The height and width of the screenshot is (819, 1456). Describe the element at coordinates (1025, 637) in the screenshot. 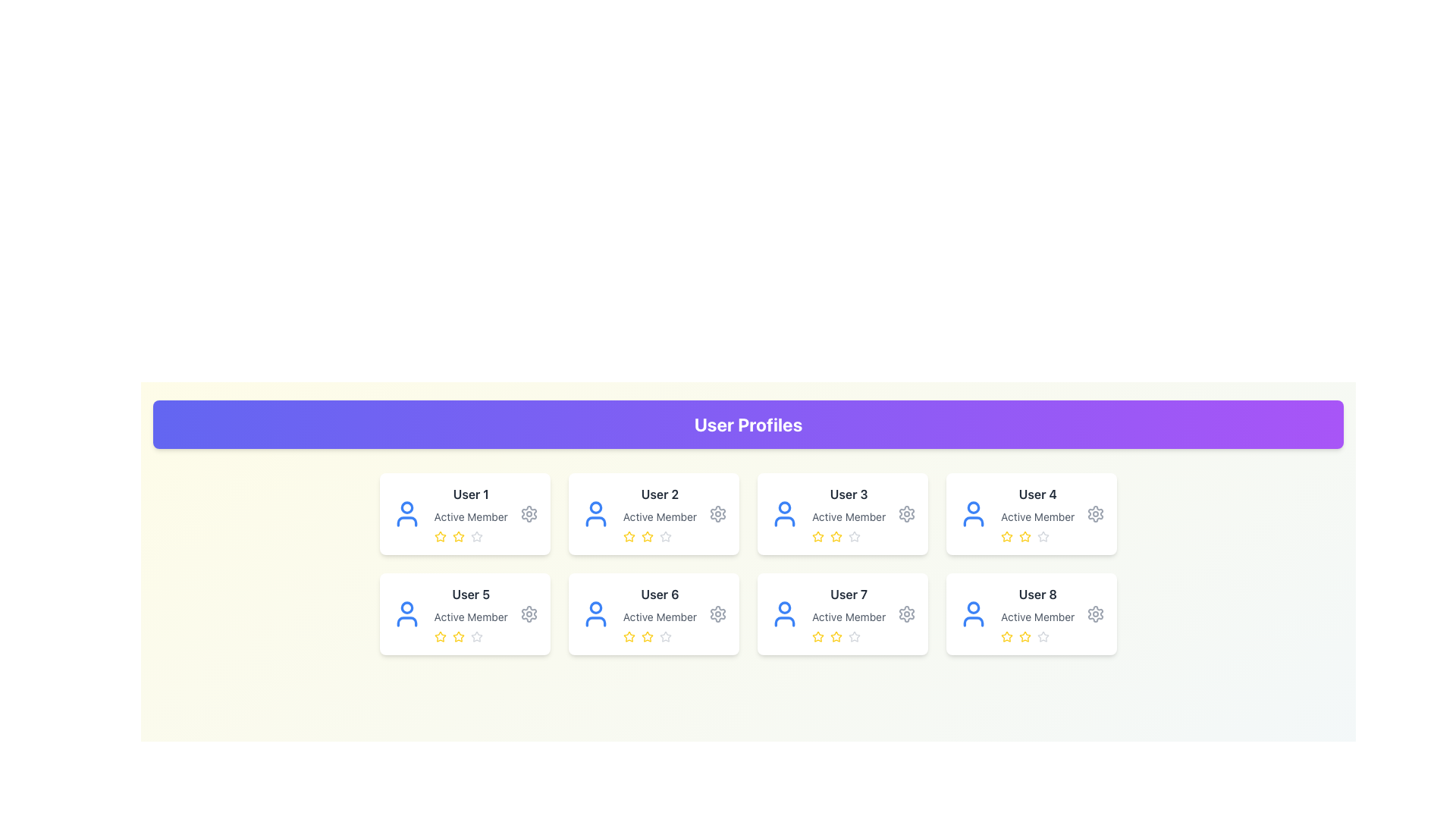

I see `the third star icon in the rating indicator for 'User 8'` at that location.